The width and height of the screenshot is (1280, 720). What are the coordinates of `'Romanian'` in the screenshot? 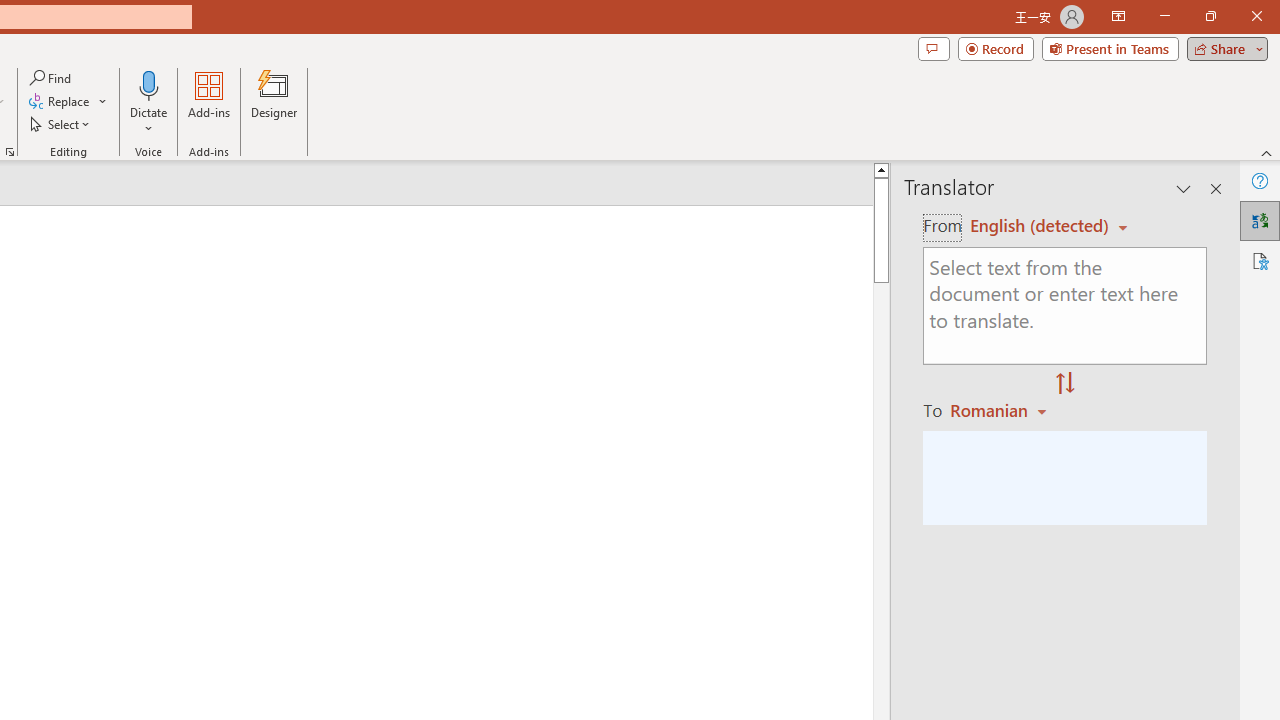 It's located at (1001, 409).